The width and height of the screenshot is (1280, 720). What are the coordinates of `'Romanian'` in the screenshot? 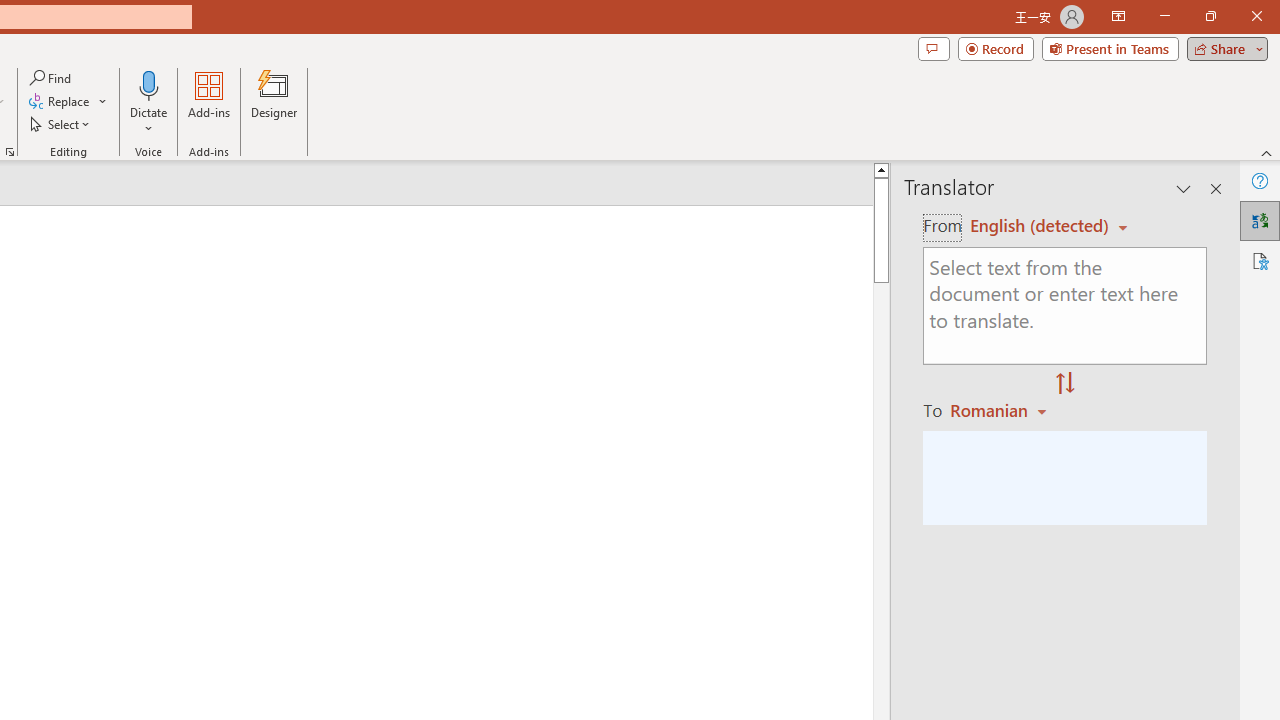 It's located at (1001, 409).